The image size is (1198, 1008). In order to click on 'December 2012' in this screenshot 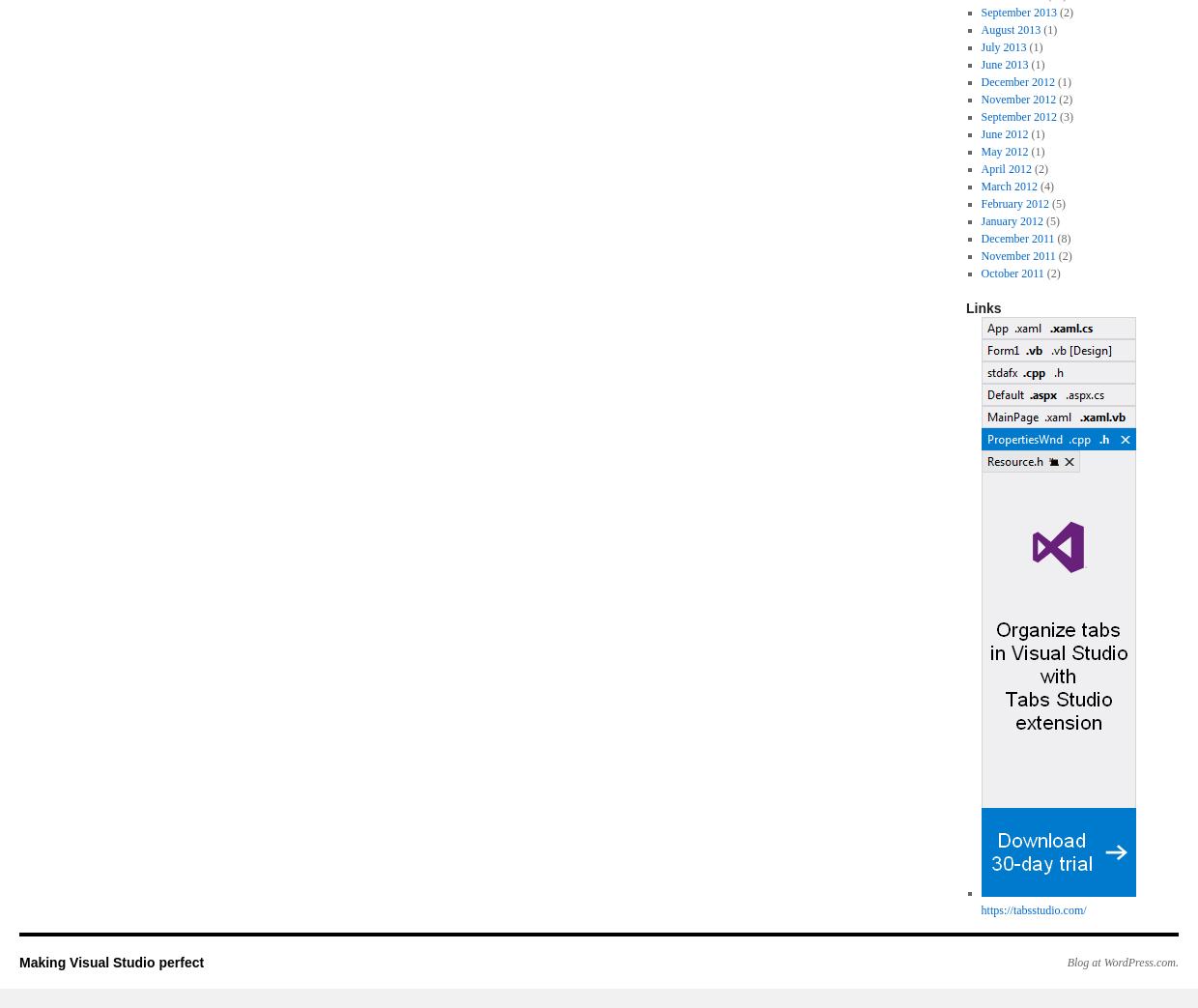, I will do `click(1017, 82)`.